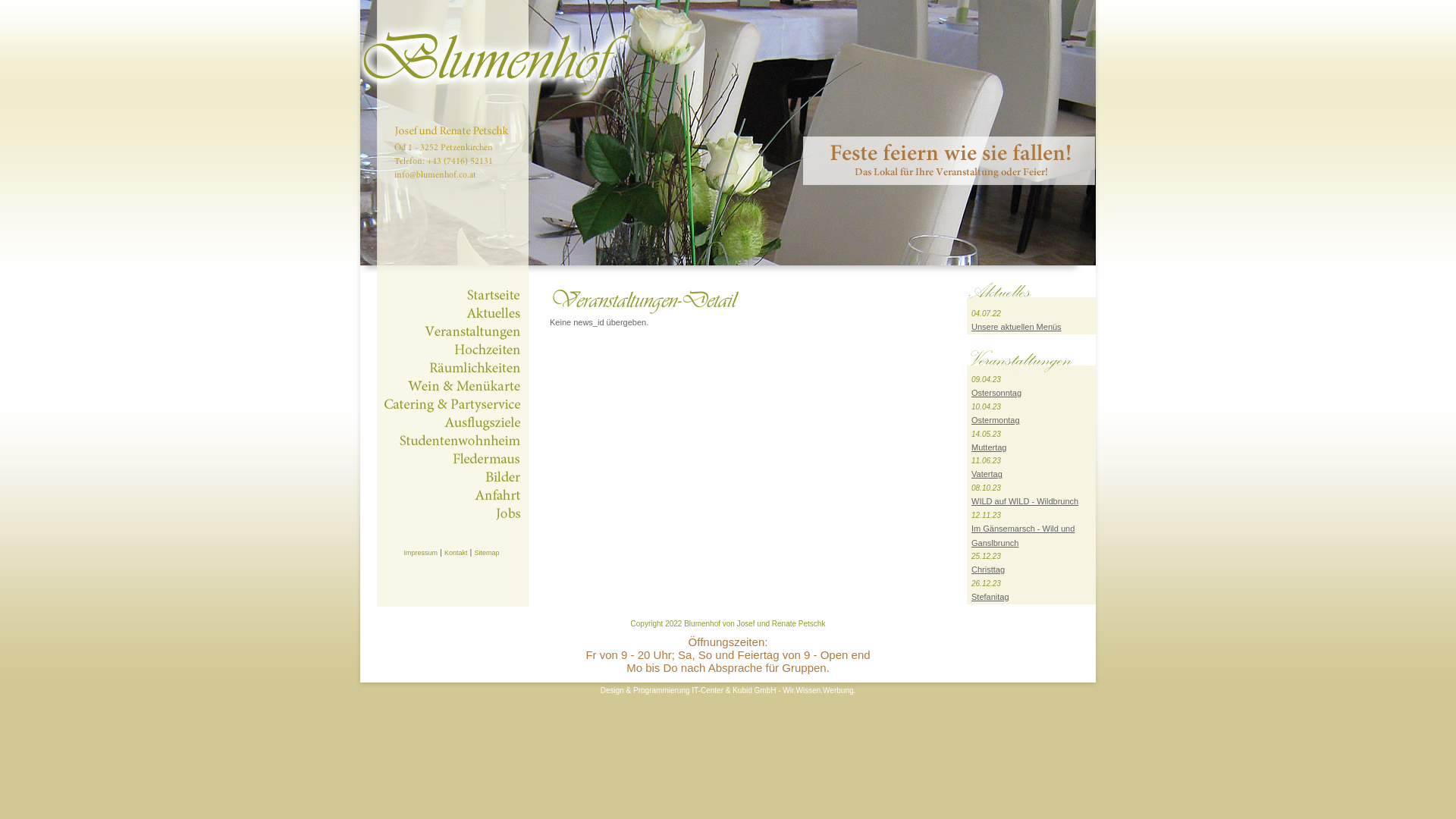 This screenshot has height=819, width=1456. I want to click on 'Kontakt', so click(455, 553).